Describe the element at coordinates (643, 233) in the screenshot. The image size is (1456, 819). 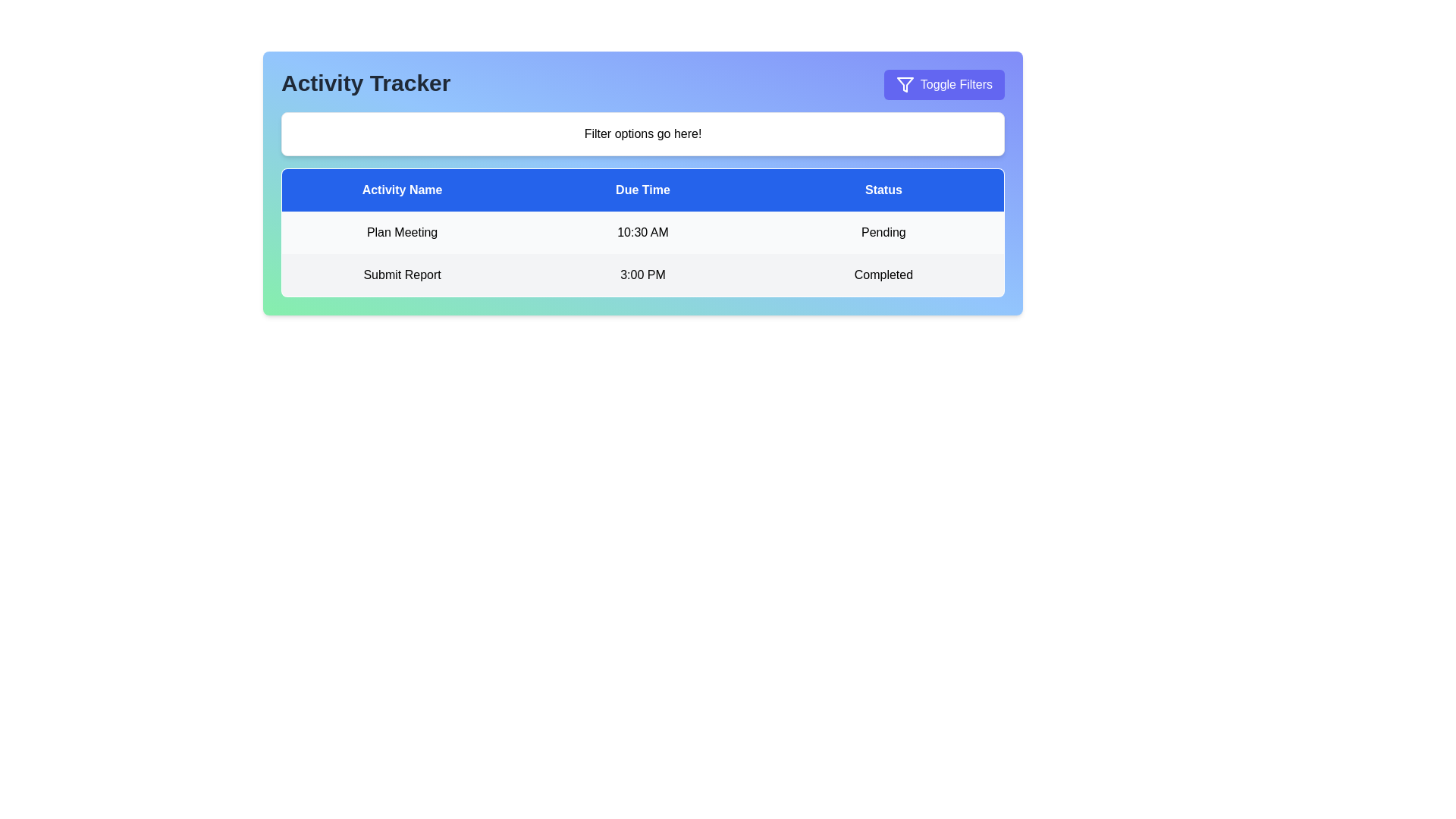
I see `the Text label displaying the due time for the corresponding activity in the table, located in the second column of the first row, aligned with the 'Due Time' header cell` at that location.